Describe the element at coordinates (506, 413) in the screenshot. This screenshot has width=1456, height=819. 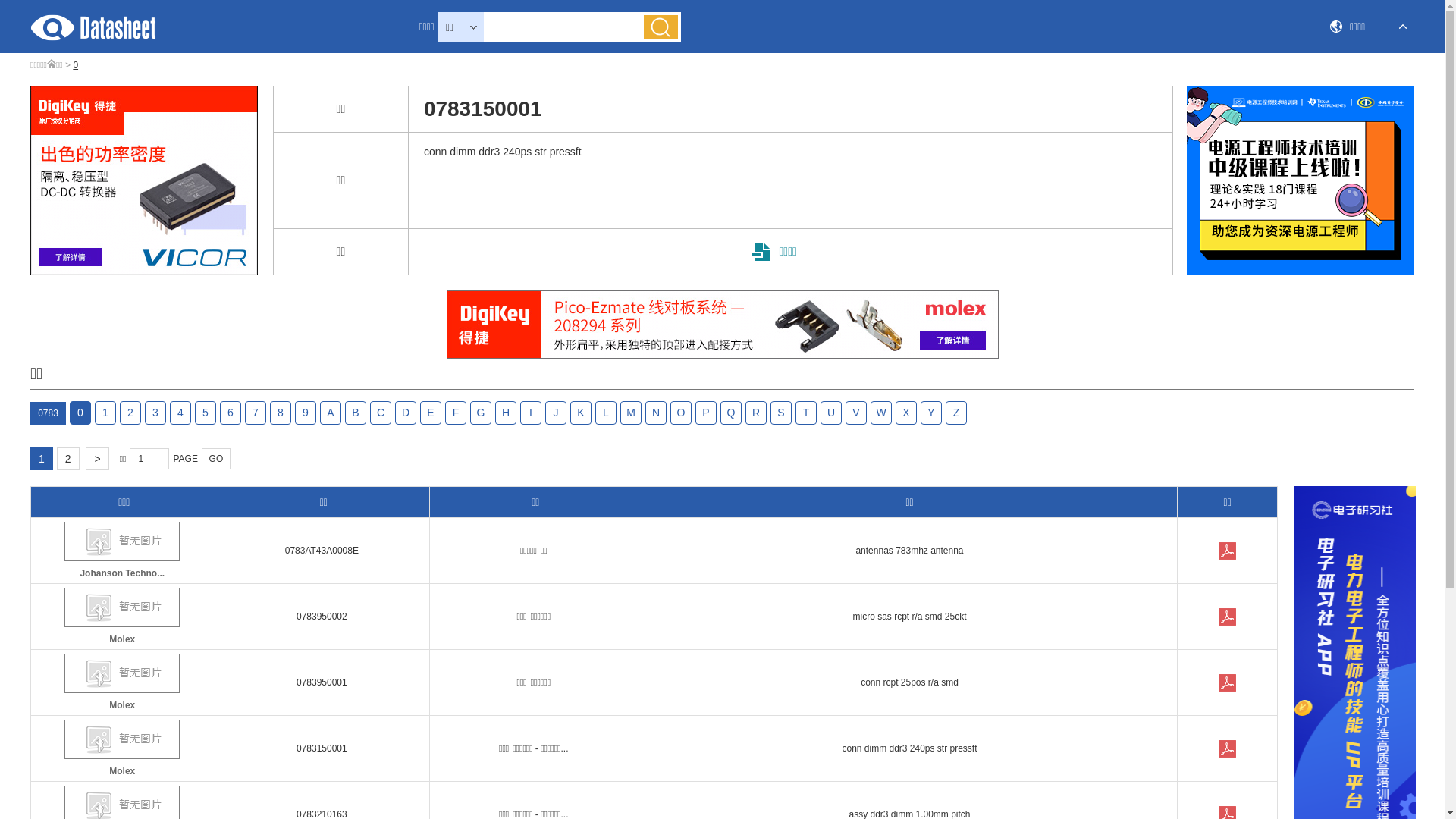
I see `'H'` at that location.